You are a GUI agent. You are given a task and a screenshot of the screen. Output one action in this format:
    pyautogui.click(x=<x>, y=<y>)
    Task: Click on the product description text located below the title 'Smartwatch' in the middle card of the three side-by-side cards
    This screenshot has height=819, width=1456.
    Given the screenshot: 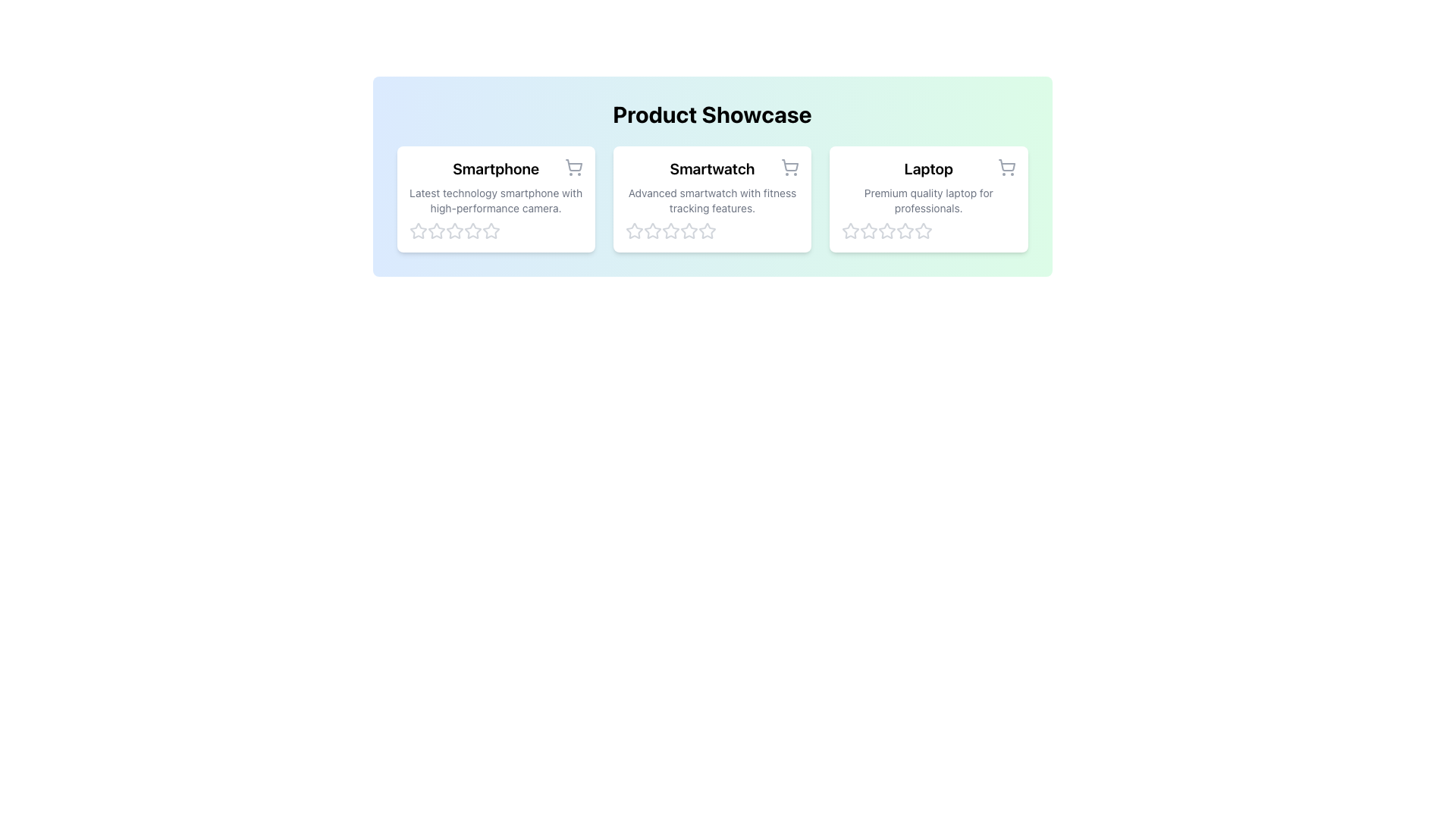 What is the action you would take?
    pyautogui.click(x=711, y=200)
    